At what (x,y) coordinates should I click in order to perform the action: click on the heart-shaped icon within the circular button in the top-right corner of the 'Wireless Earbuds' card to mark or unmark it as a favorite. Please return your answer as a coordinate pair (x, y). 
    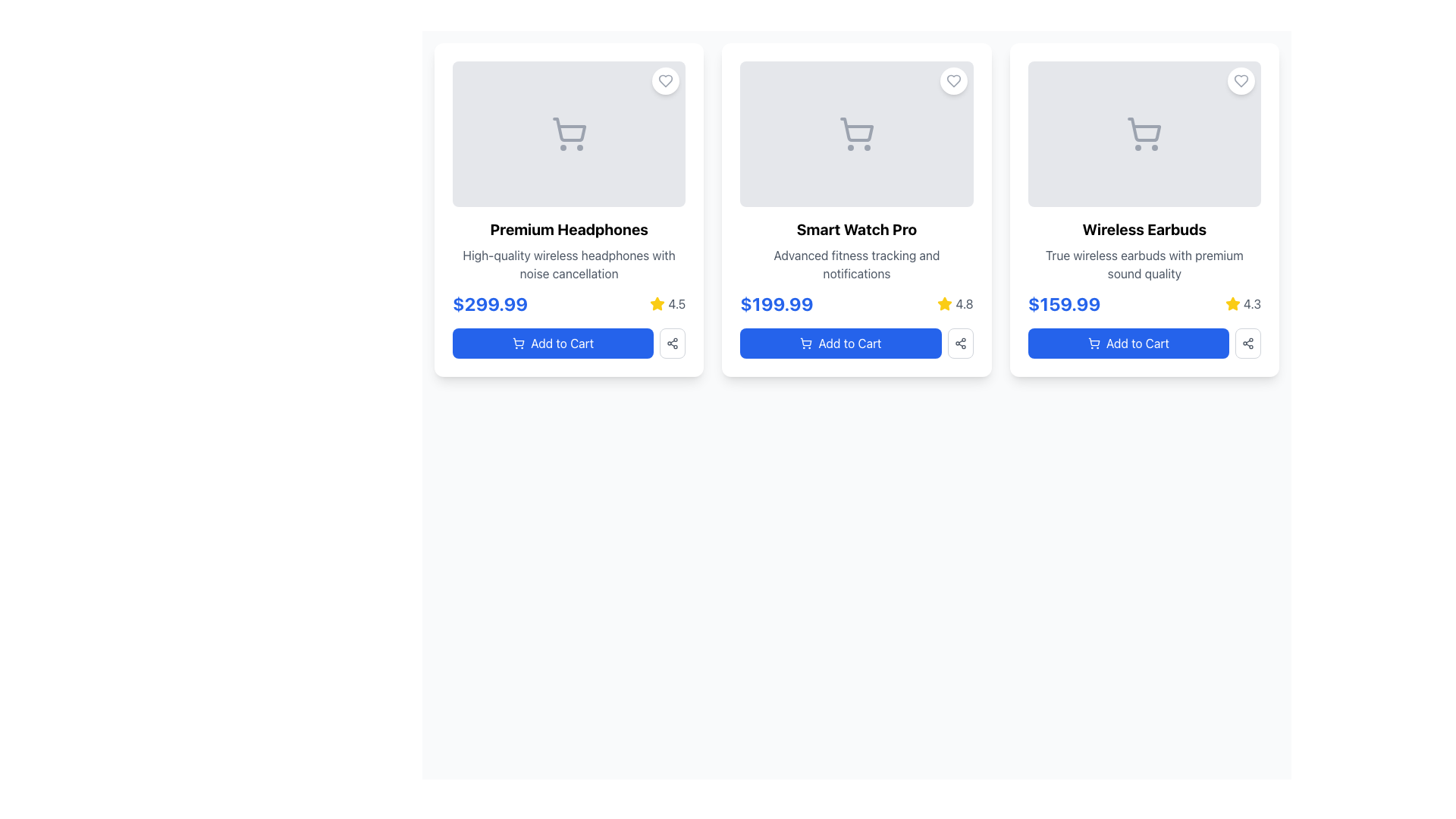
    Looking at the image, I should click on (1241, 81).